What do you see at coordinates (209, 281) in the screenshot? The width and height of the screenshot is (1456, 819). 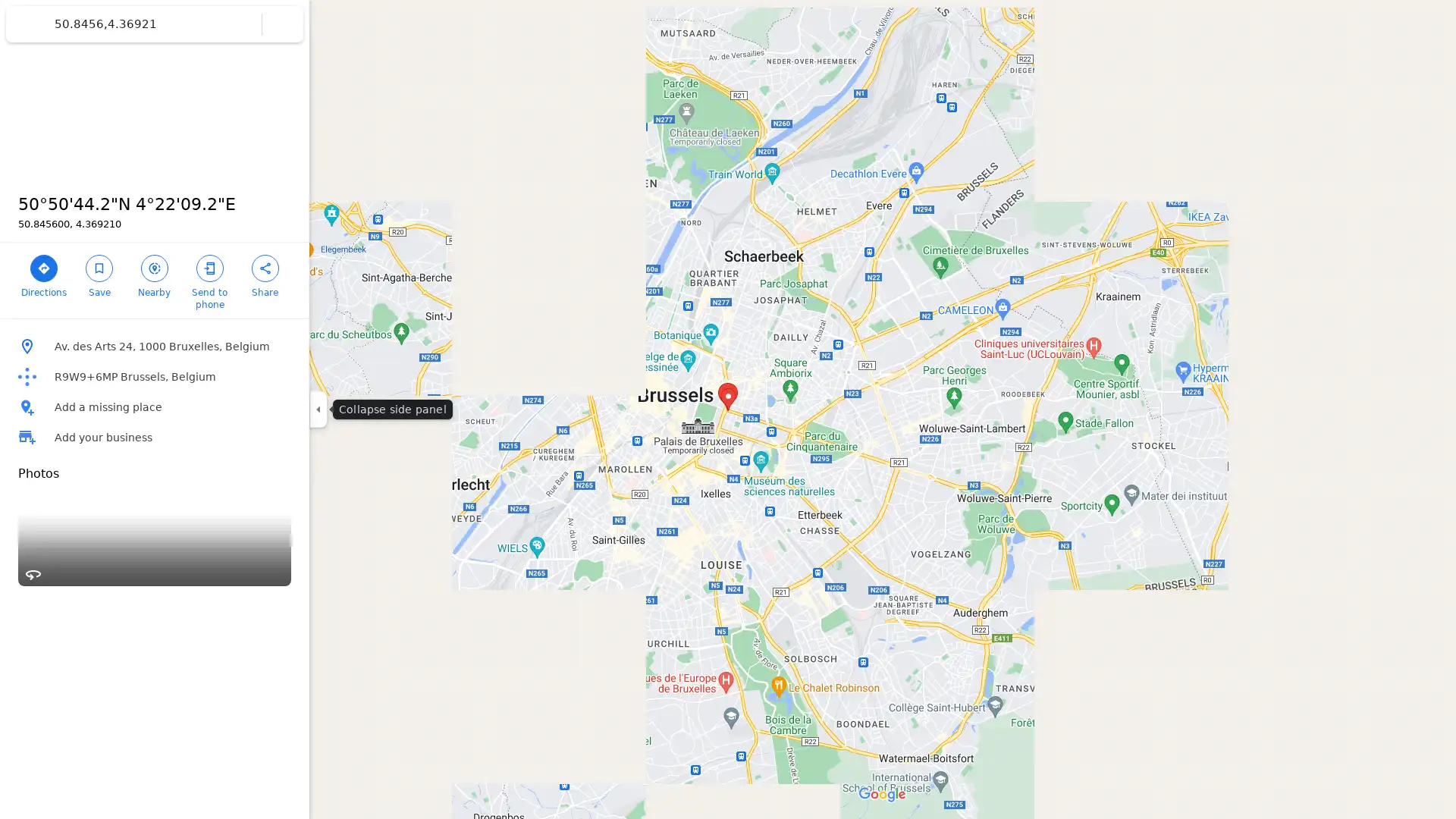 I see `Send 5050'44.2"N 422'09.2"E to your phone` at bounding box center [209, 281].